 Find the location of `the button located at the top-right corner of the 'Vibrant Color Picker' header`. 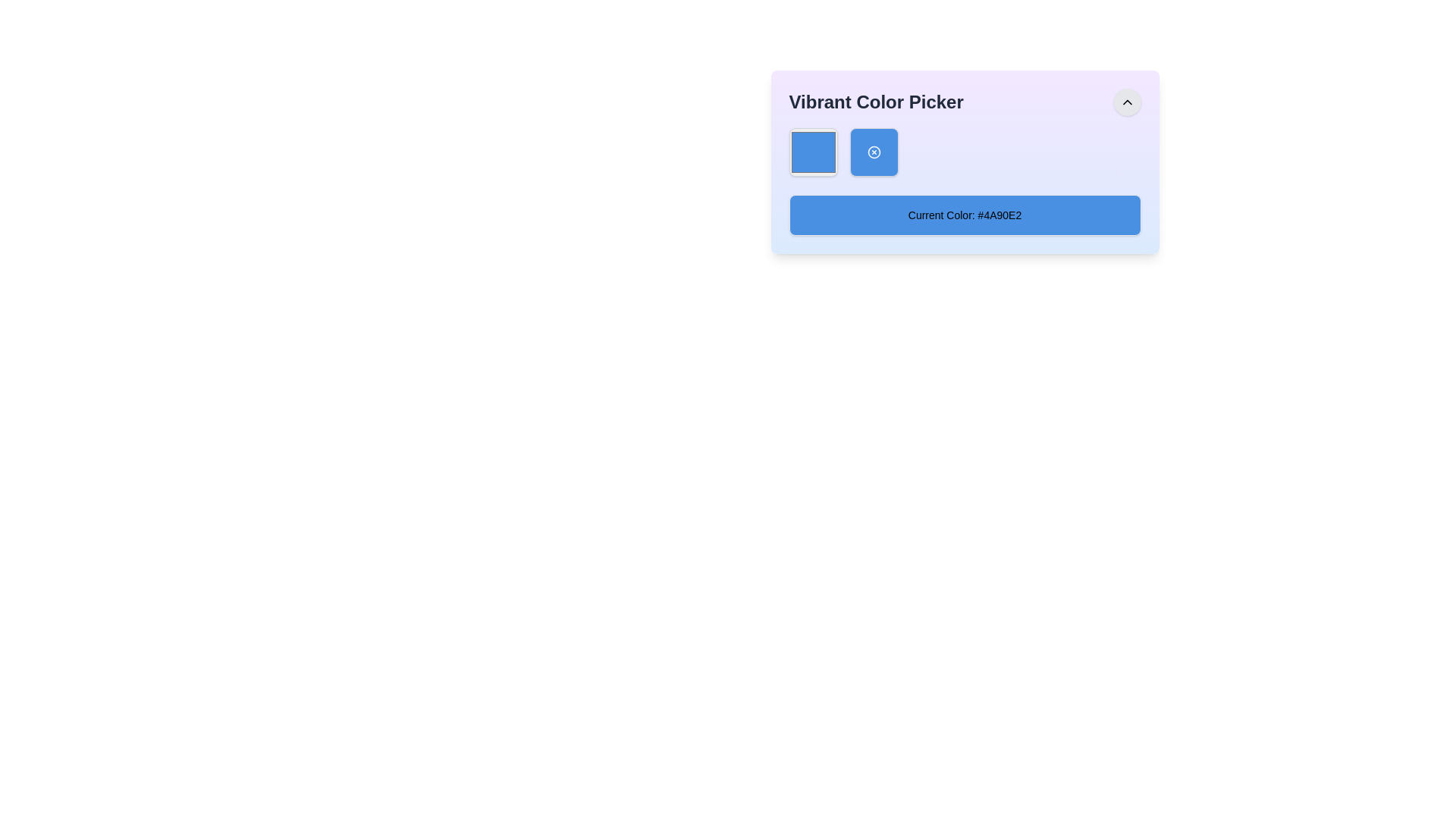

the button located at the top-right corner of the 'Vibrant Color Picker' header is located at coordinates (1127, 102).